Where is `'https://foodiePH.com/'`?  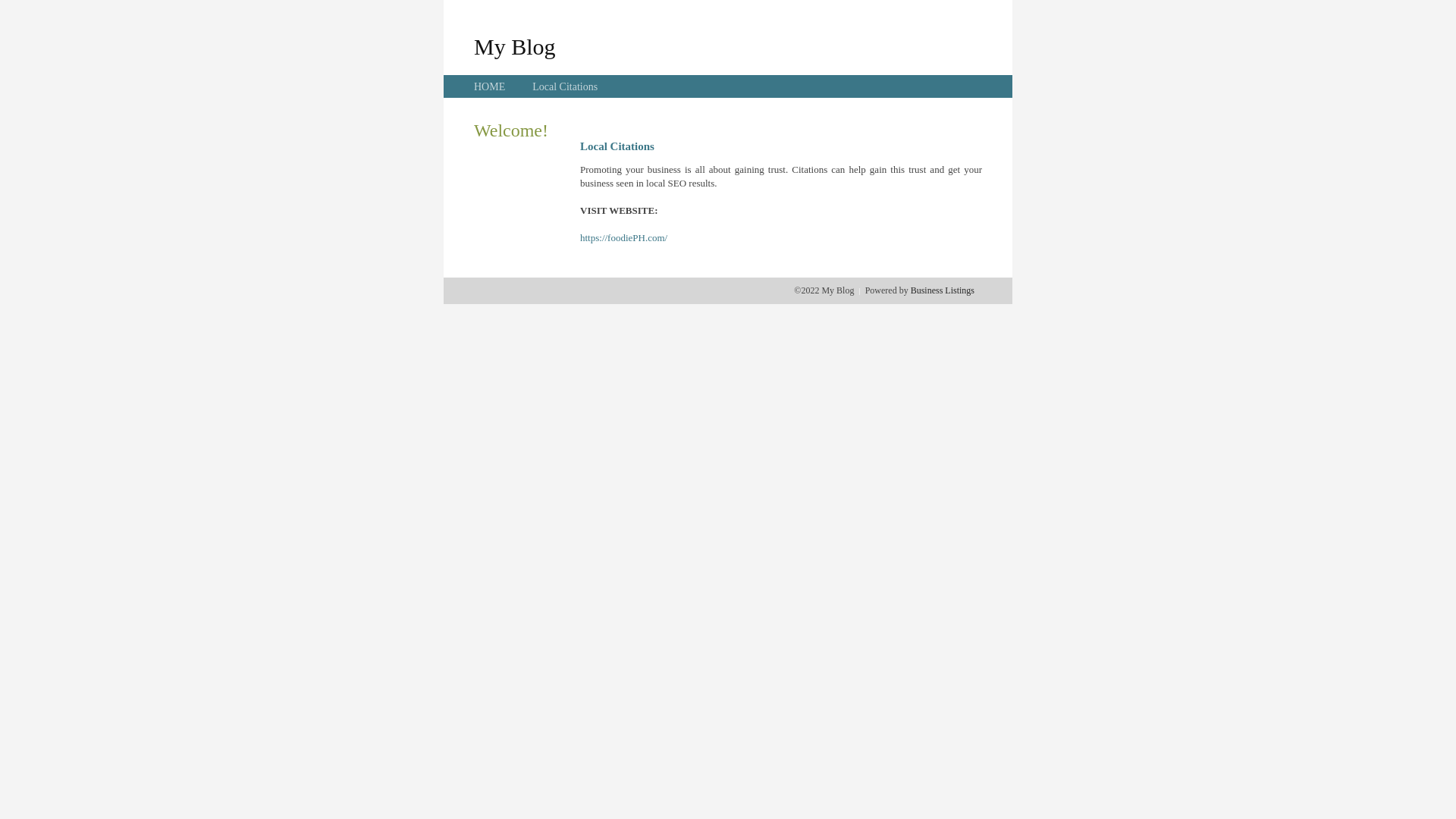
'https://foodiePH.com/' is located at coordinates (623, 237).